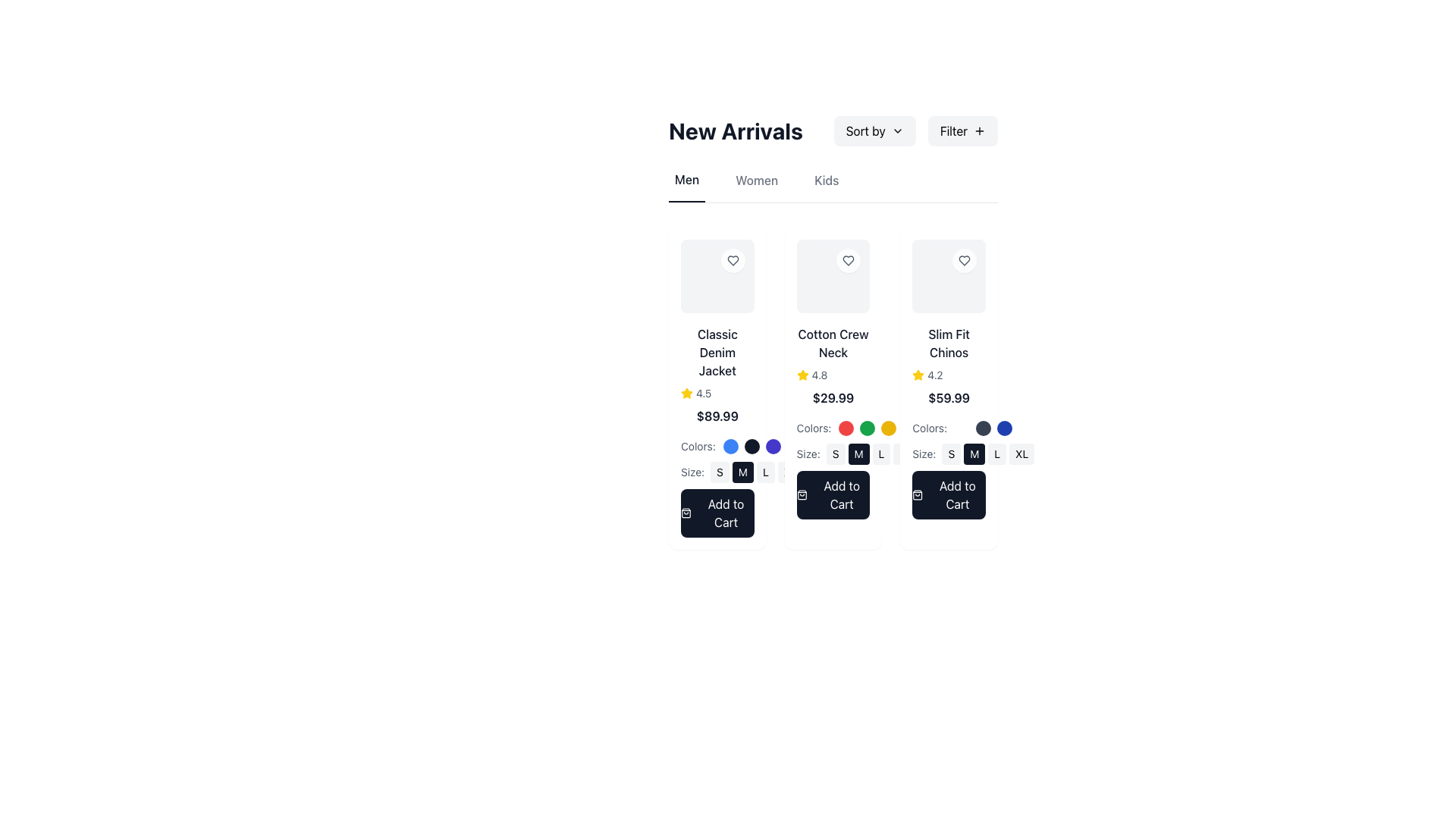 This screenshot has width=1456, height=819. I want to click on the Heart icon button in the top-right corner of the 'Classic Denim Jacket' product card to mark it as a favorite, so click(733, 259).